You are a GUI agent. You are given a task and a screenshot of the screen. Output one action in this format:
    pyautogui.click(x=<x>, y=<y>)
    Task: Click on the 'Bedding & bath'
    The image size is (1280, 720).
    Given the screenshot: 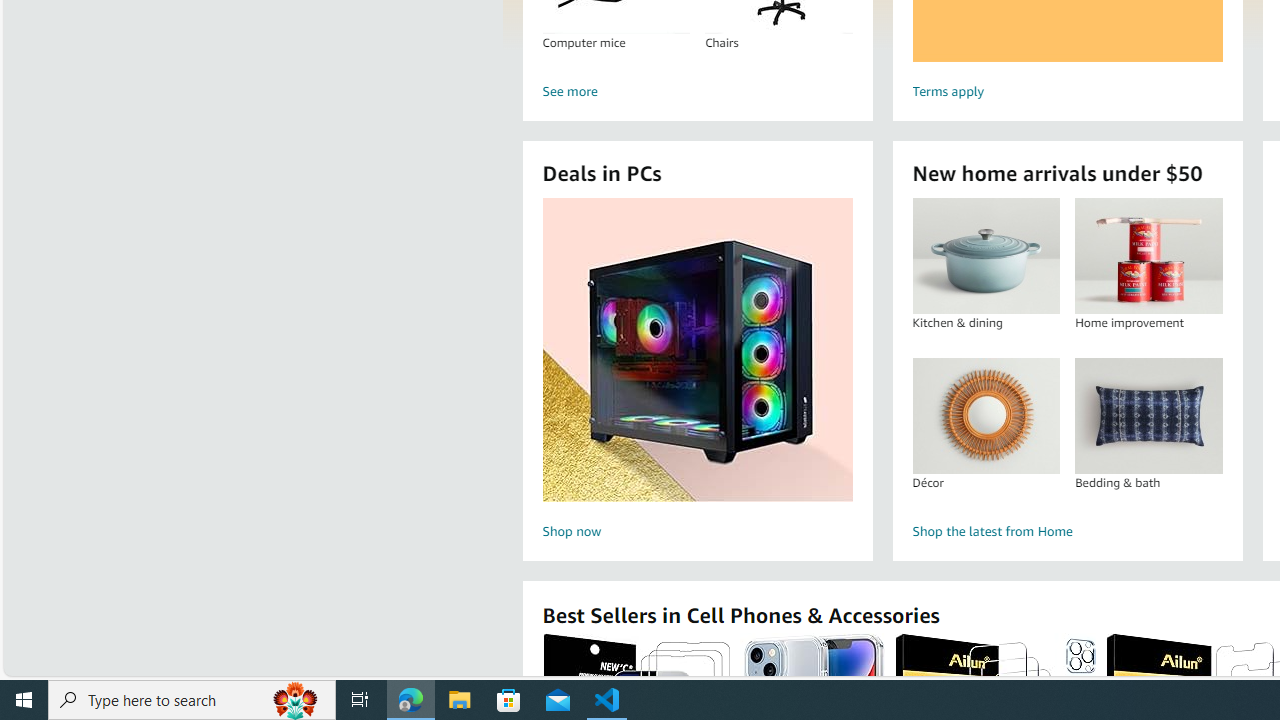 What is the action you would take?
    pyautogui.click(x=1148, y=414)
    